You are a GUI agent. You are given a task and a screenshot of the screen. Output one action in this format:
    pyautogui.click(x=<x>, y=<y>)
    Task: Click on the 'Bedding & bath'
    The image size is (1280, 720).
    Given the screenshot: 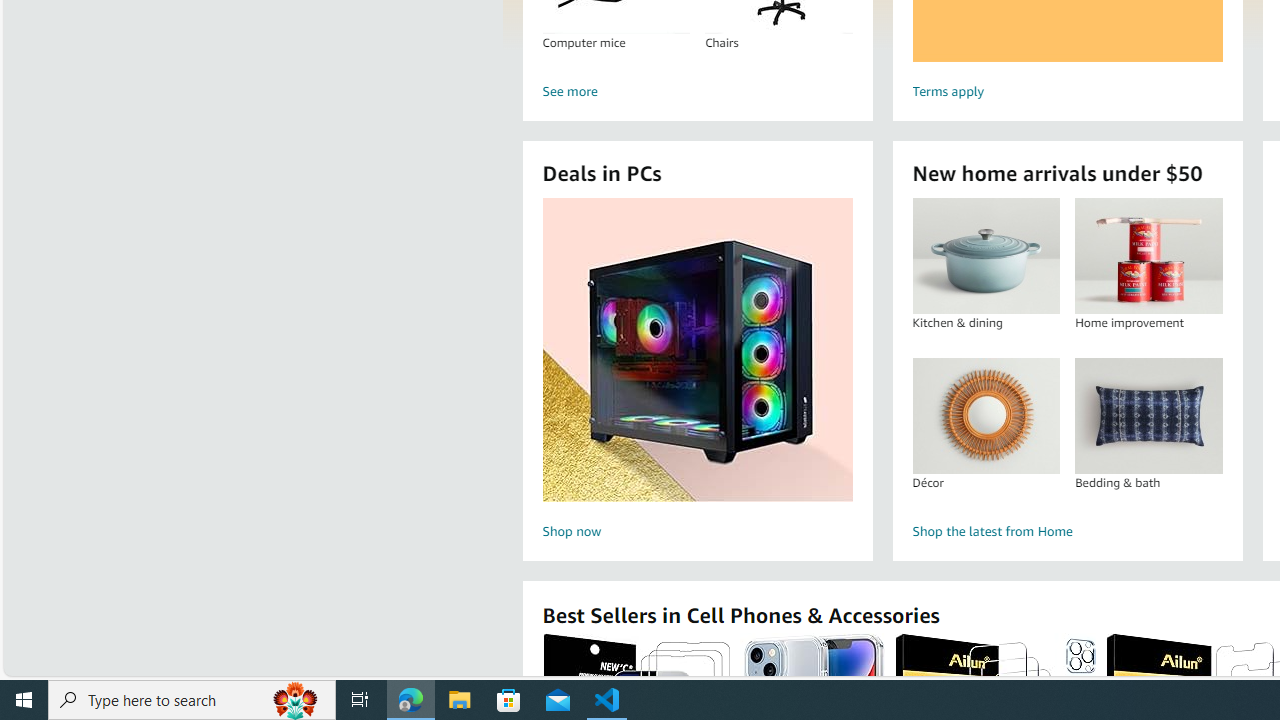 What is the action you would take?
    pyautogui.click(x=1148, y=414)
    